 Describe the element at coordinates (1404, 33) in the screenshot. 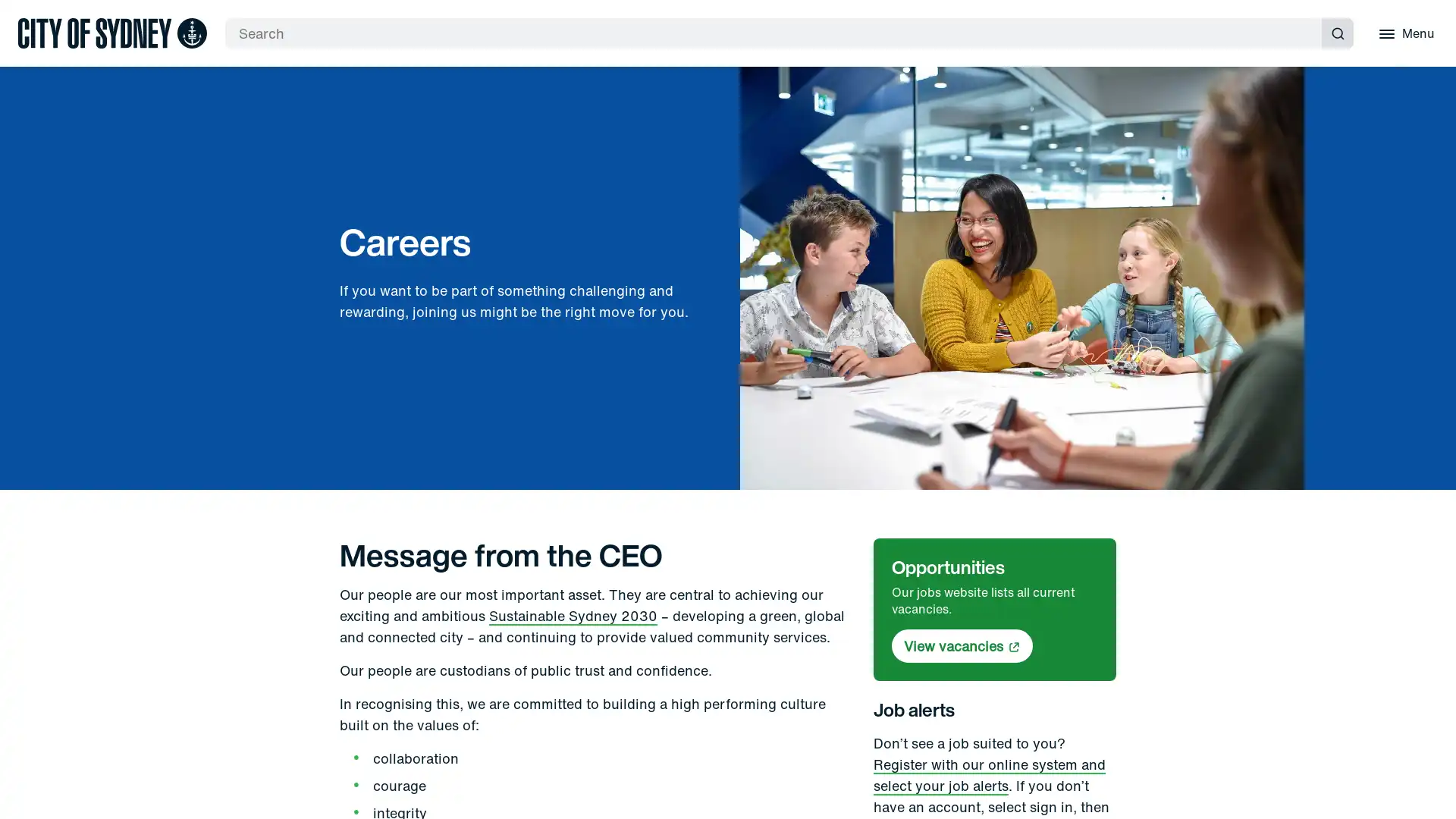

I see `Menu` at that location.